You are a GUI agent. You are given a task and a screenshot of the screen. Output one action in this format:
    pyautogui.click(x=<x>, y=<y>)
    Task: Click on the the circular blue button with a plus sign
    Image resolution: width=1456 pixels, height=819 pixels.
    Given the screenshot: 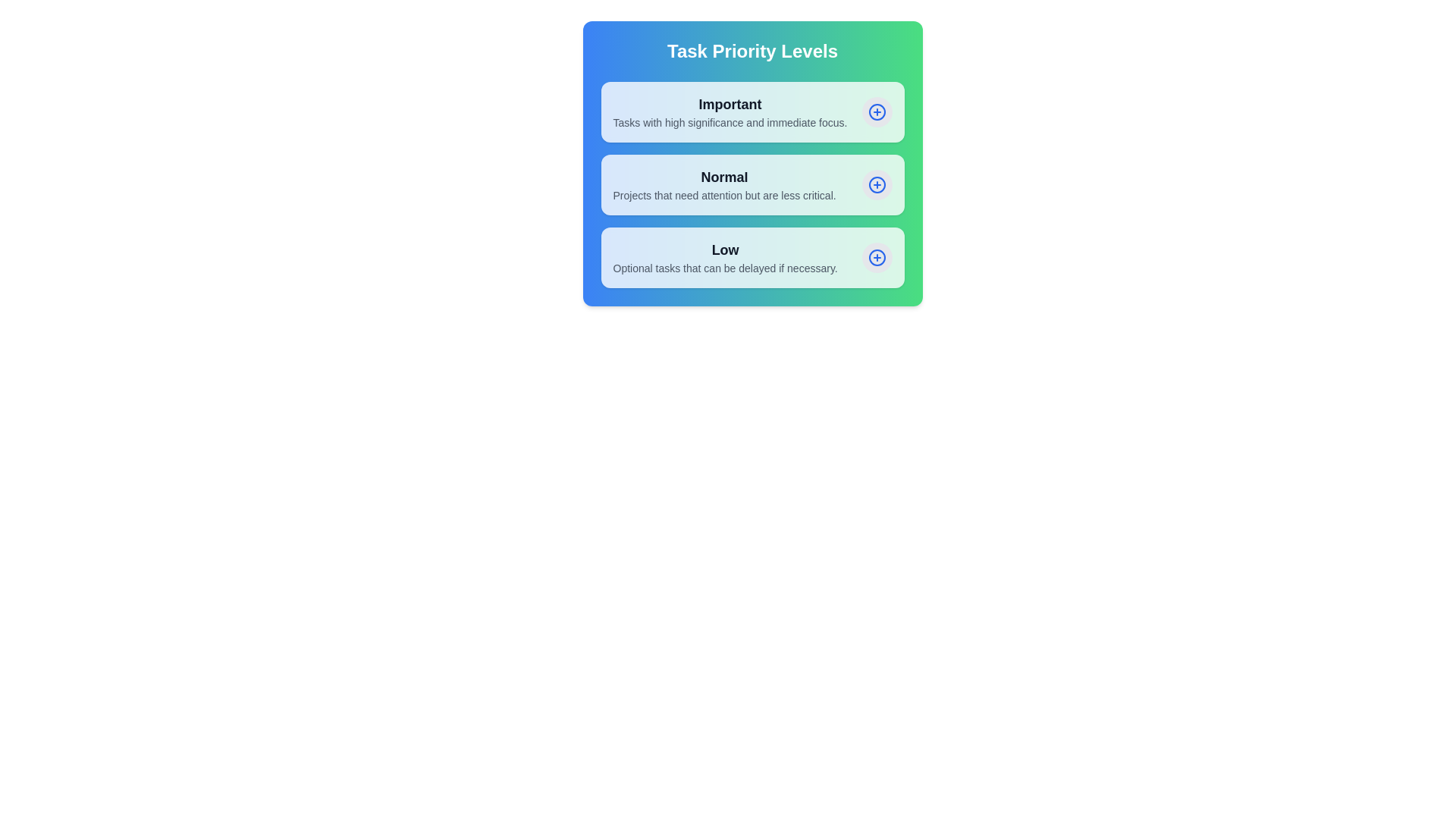 What is the action you would take?
    pyautogui.click(x=877, y=184)
    